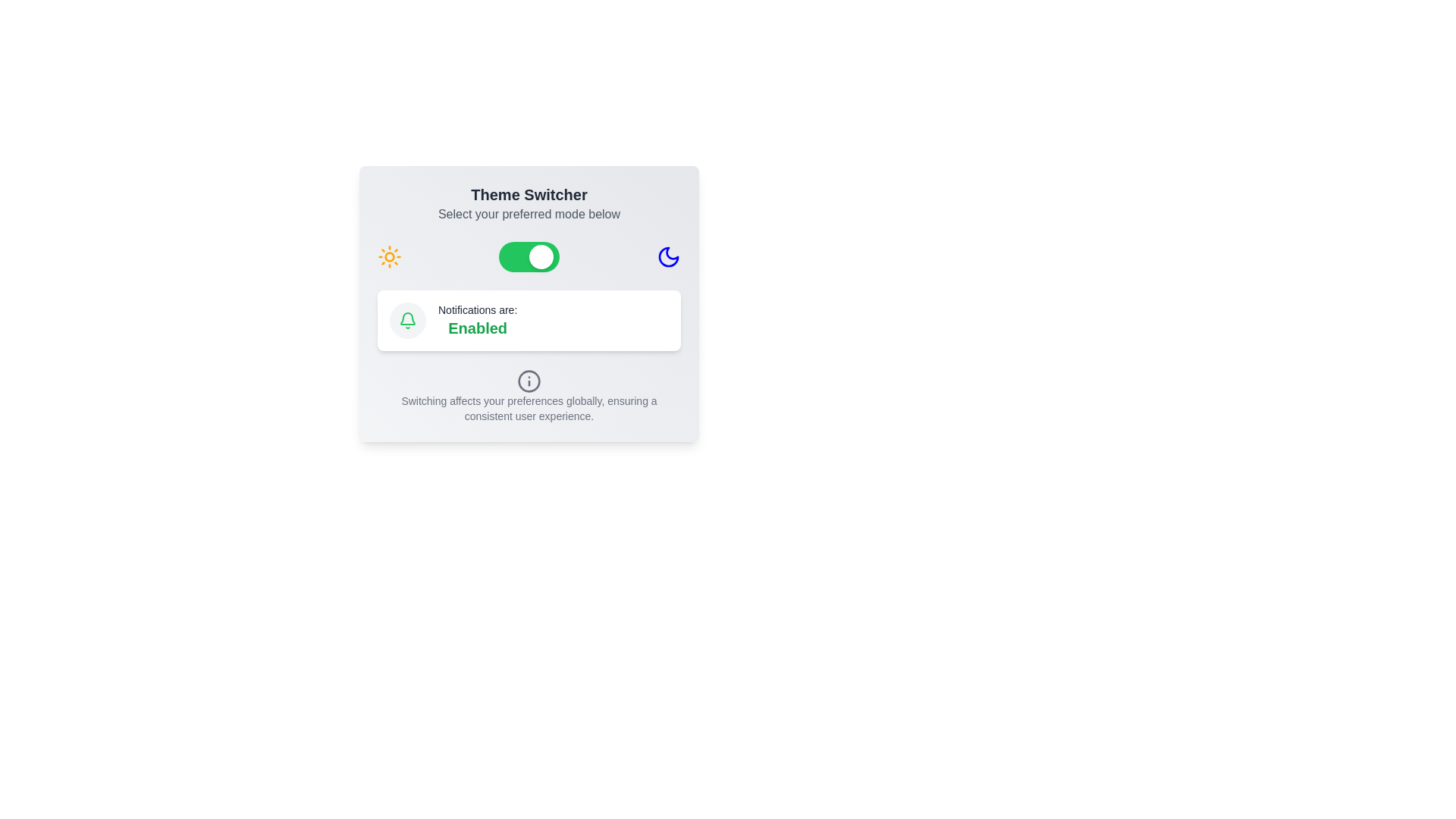 Image resolution: width=1456 pixels, height=819 pixels. I want to click on text label that indicates the current state of notifications, which shows 'Enabled' suggesting that notifications are active, so click(477, 320).